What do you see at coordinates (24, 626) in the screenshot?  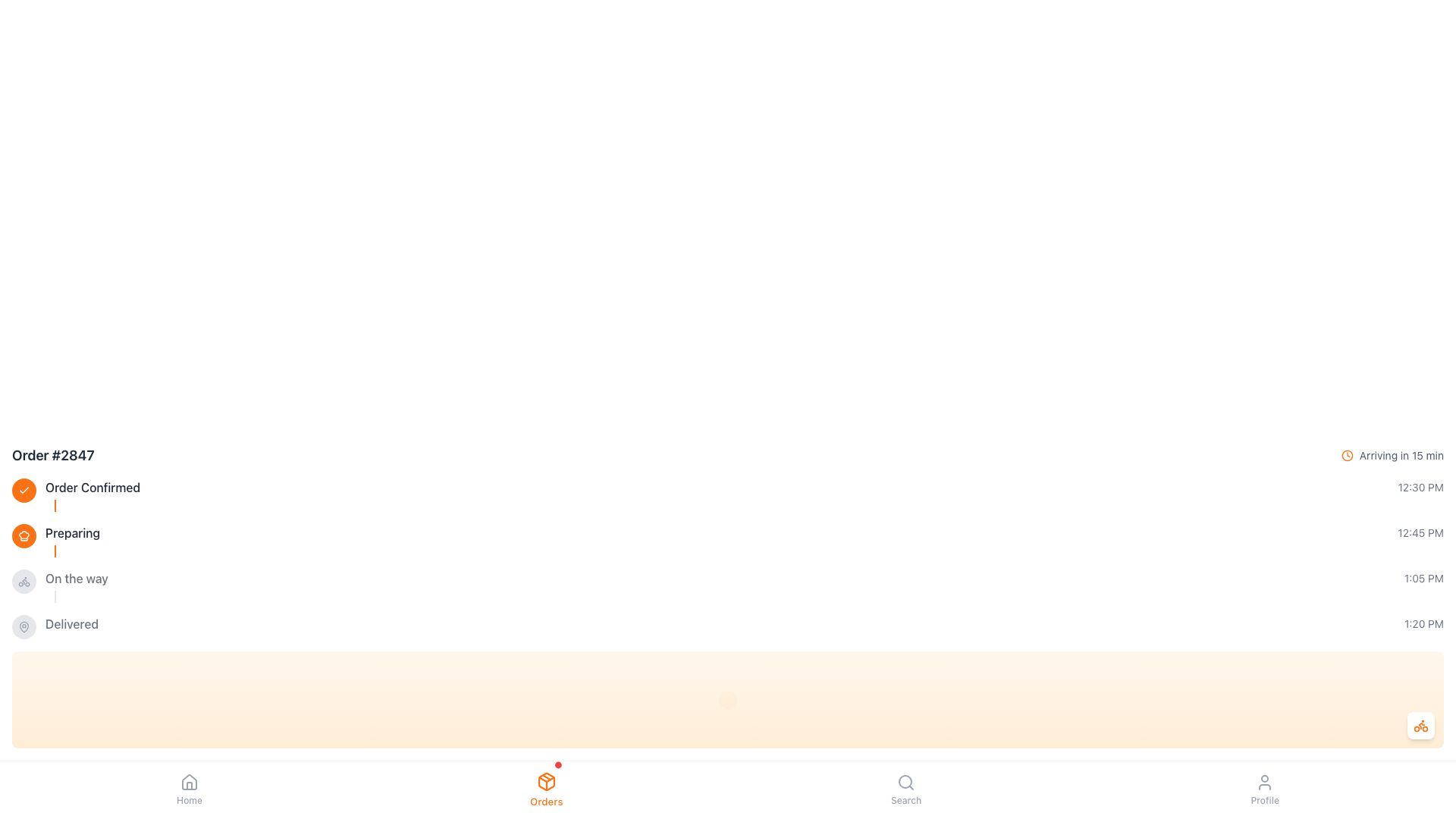 I see `the gray vector icon resembling a map pin located in the 'Orders' section near the bottom navigation bar` at bounding box center [24, 626].